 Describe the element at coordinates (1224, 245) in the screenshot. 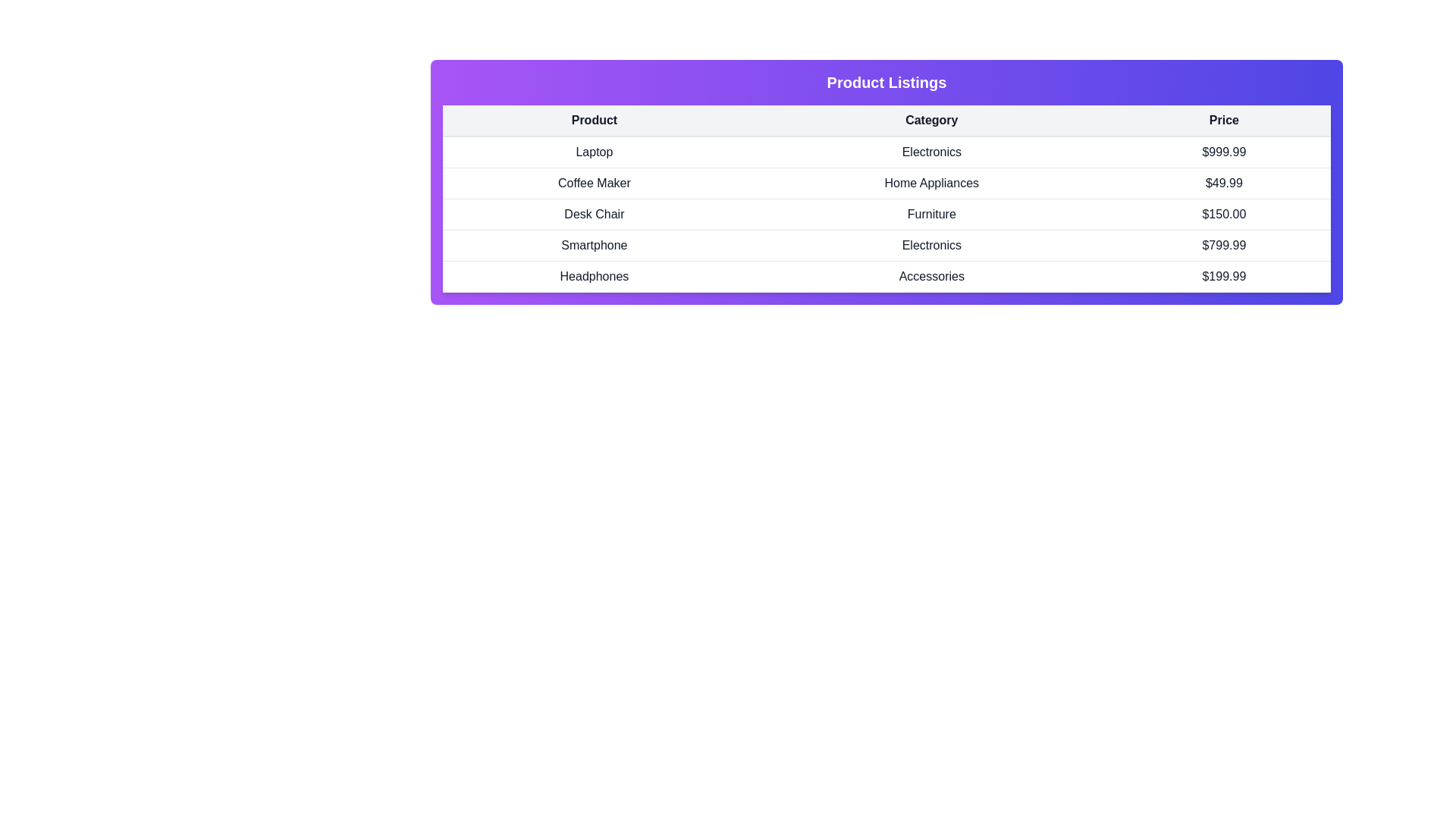

I see `the Text Label displaying the price '$799.99' in the rightmost column of the row for the 'Smartphone' product` at that location.